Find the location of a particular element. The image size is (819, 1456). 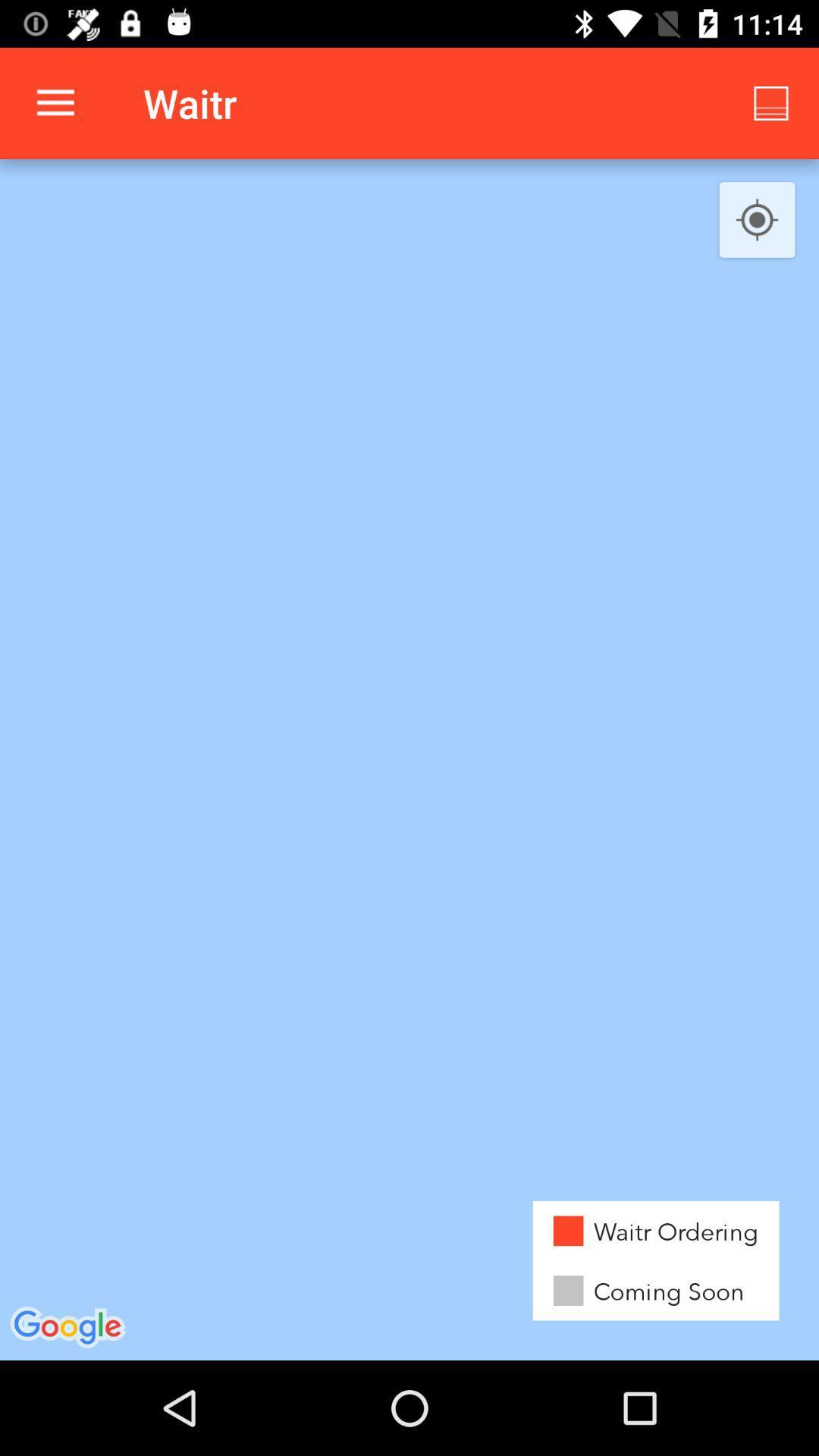

app next to waitr item is located at coordinates (55, 102).